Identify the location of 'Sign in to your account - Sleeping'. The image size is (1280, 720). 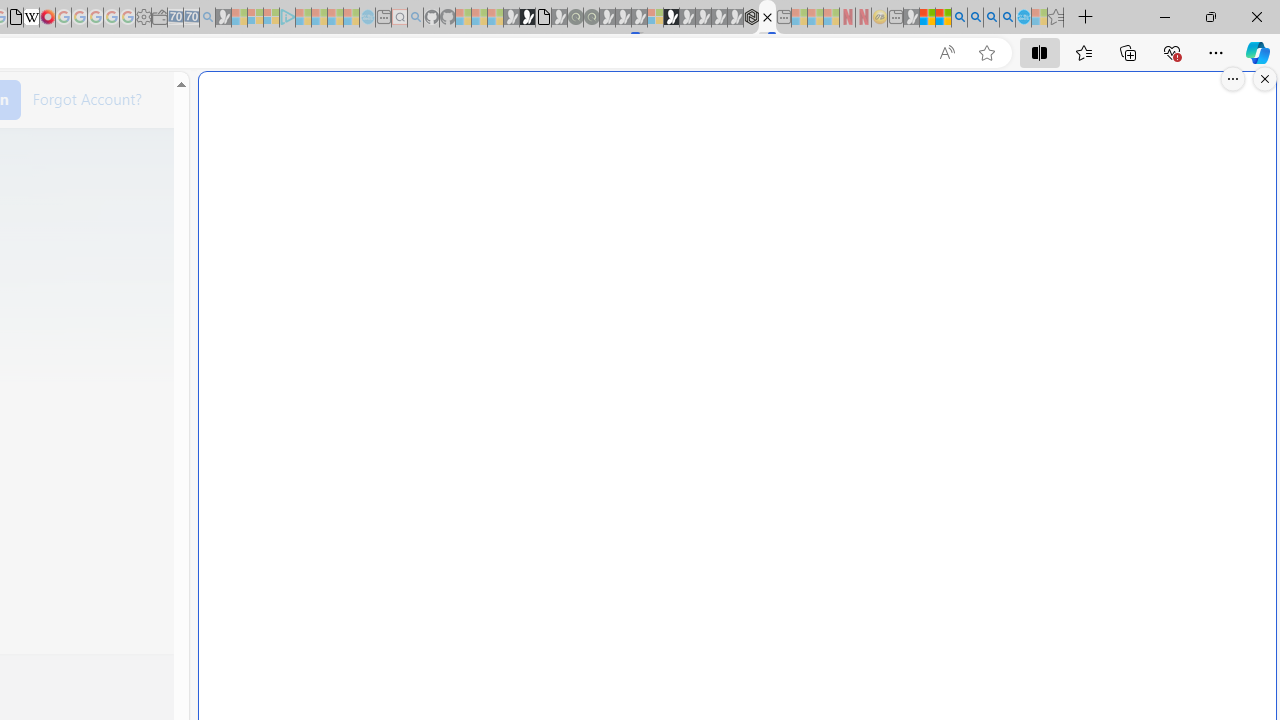
(655, 17).